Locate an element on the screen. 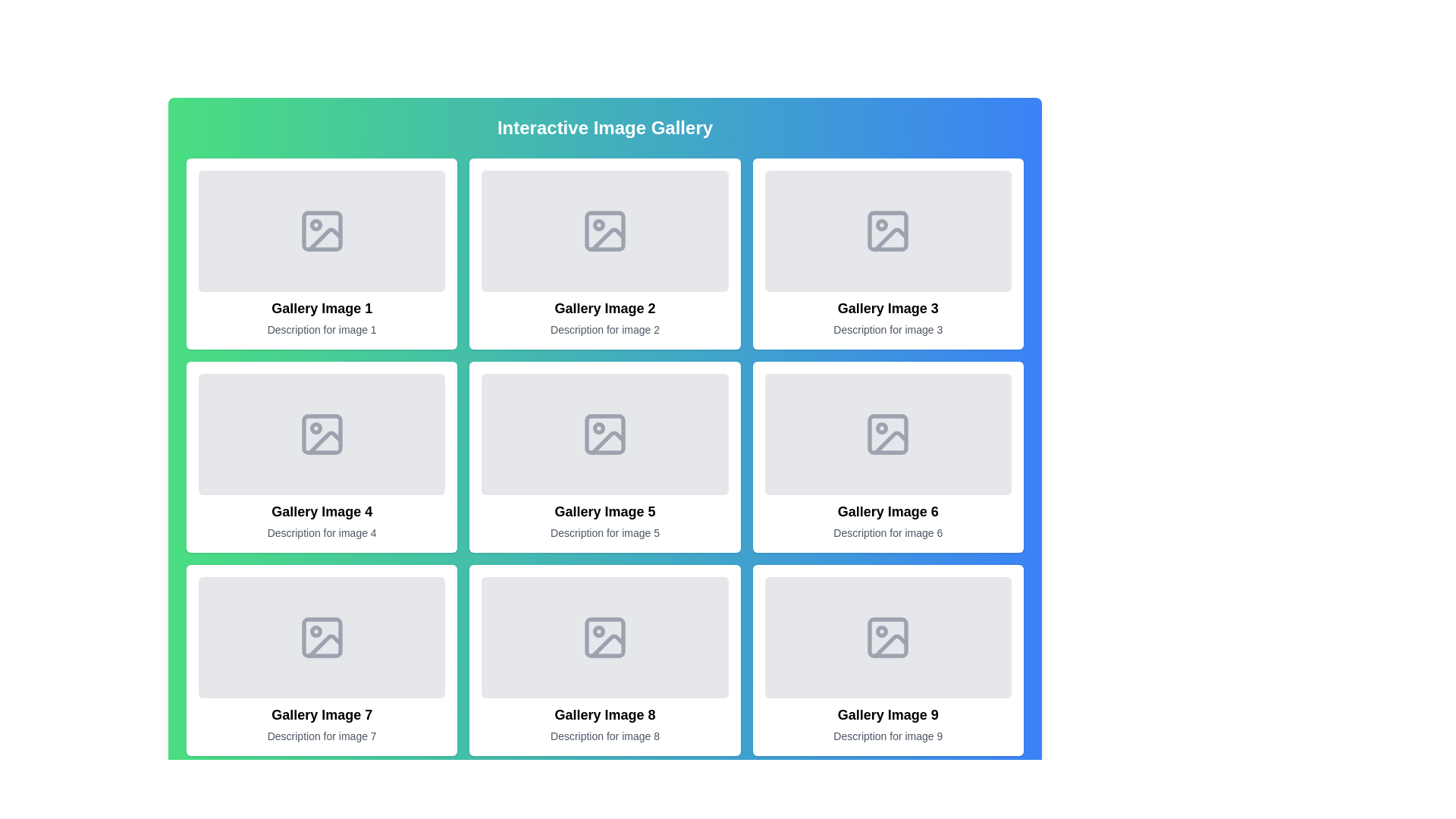 This screenshot has width=1456, height=819. the image placeholder icon located in the second tile of the grid layout is located at coordinates (604, 231).